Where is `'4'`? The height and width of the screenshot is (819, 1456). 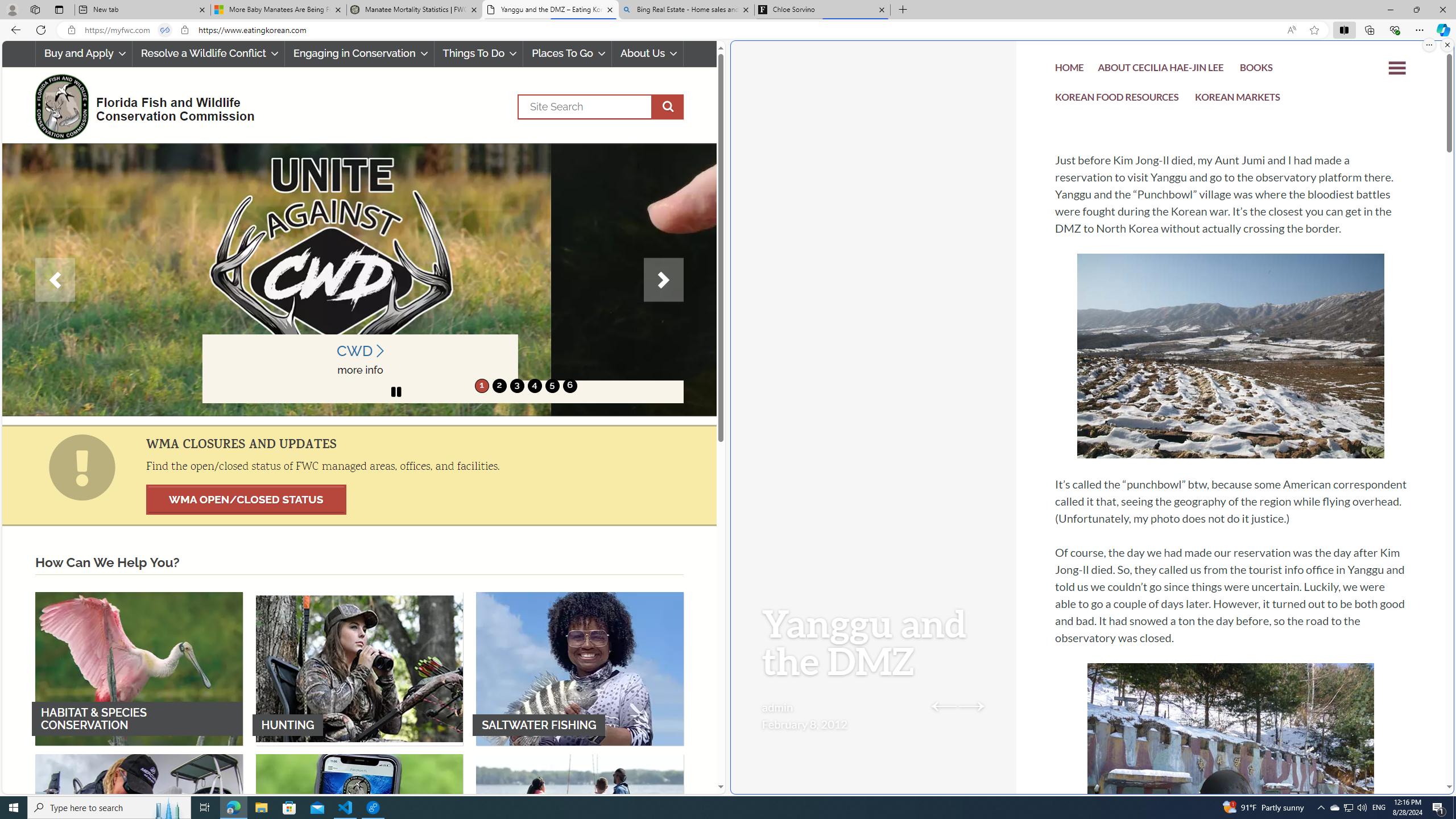
'4' is located at coordinates (533, 385).